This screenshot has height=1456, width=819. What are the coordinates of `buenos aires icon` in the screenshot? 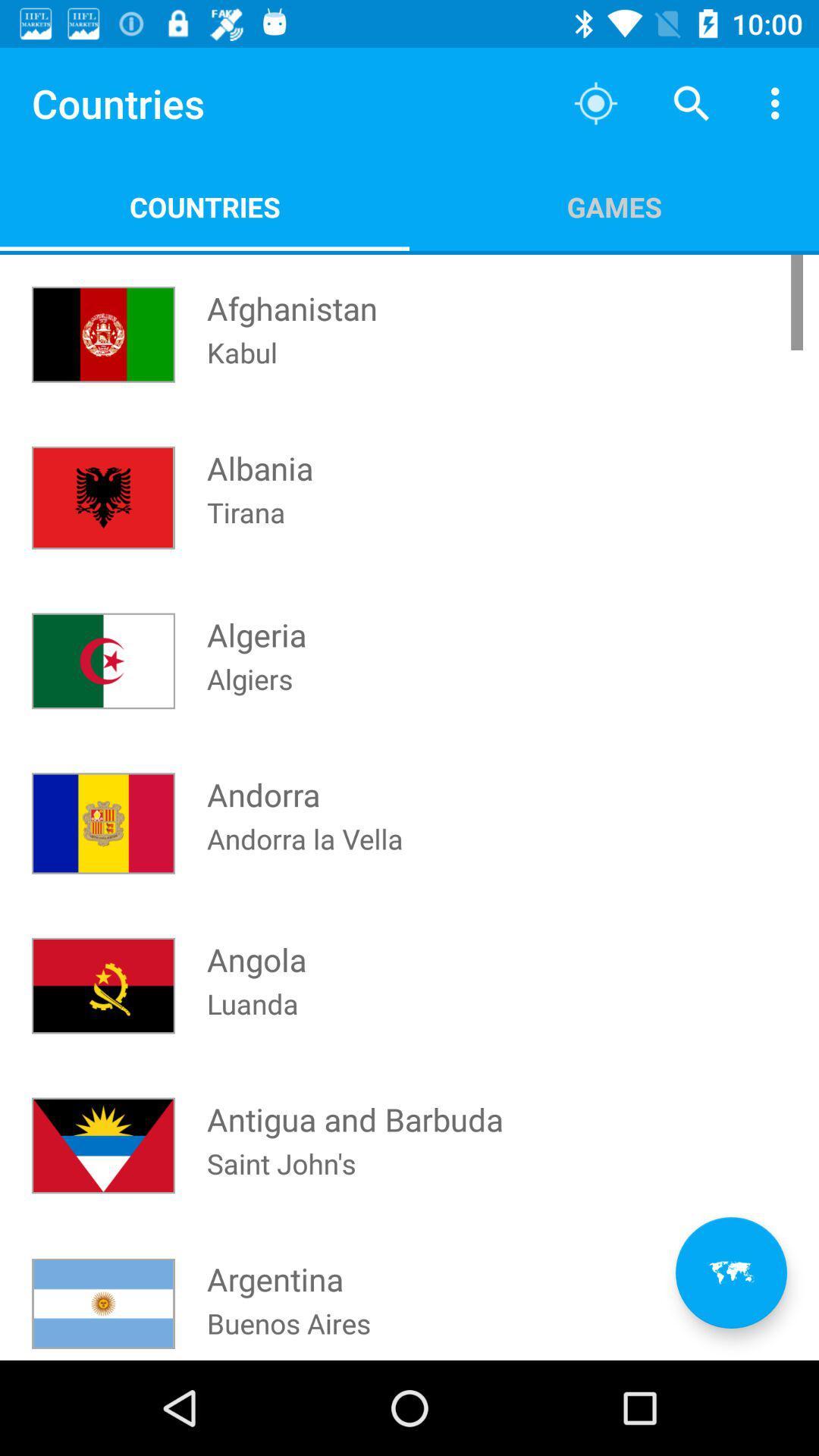 It's located at (289, 1332).